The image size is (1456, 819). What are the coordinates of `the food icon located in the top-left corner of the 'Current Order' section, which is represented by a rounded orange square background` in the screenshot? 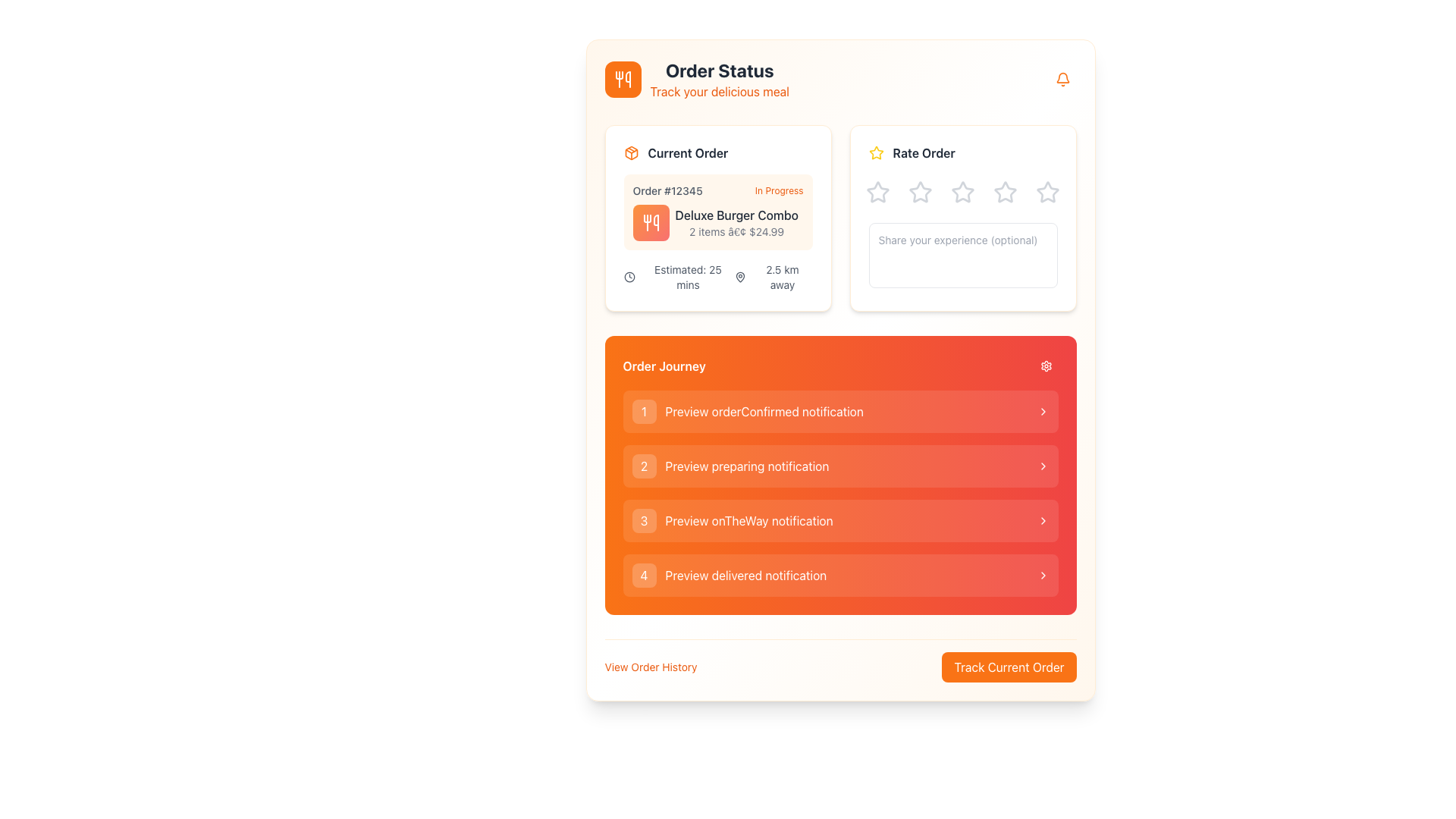 It's located at (623, 79).